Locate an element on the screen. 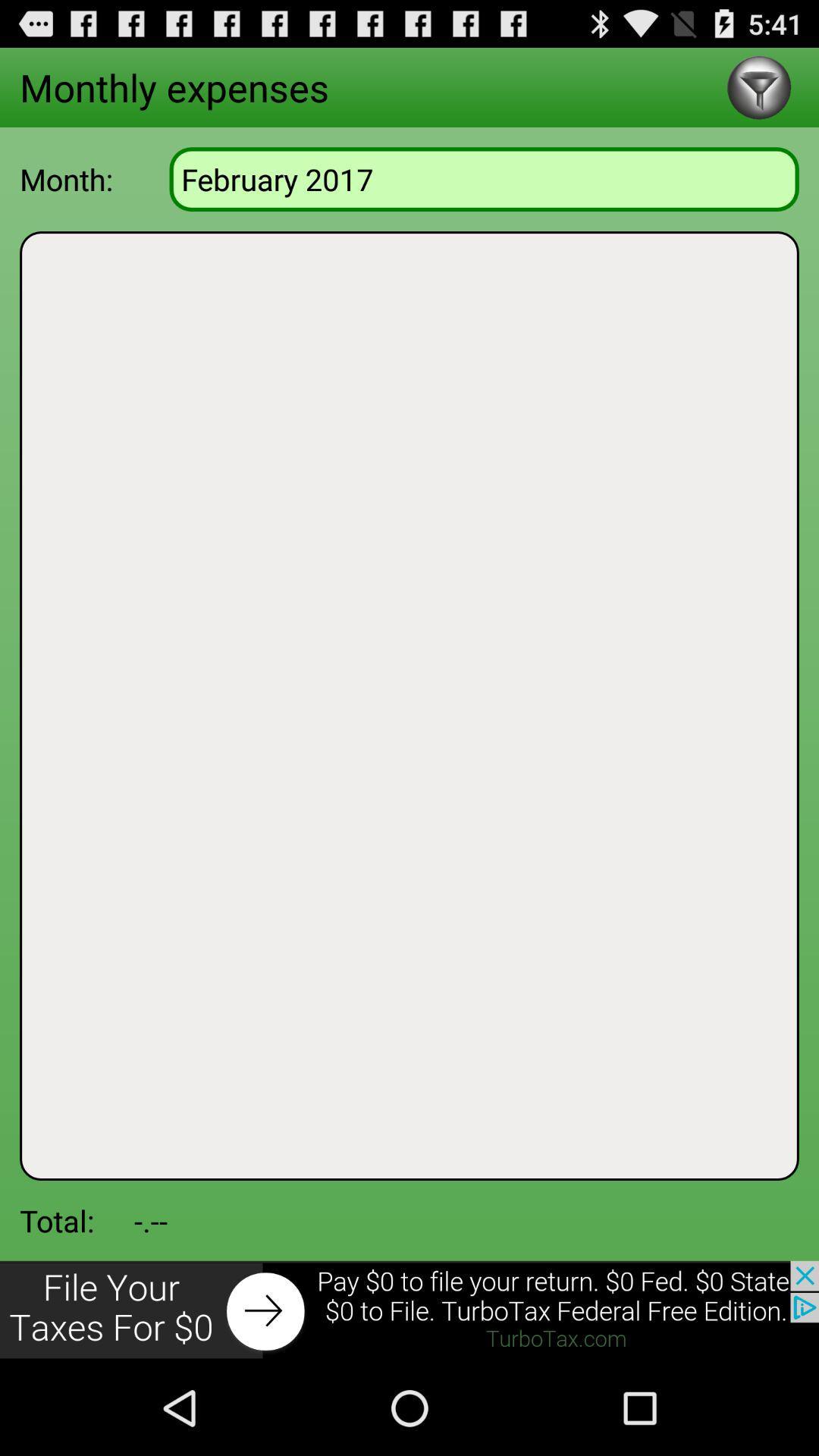 The height and width of the screenshot is (1456, 819). advertisement click is located at coordinates (409, 1310).